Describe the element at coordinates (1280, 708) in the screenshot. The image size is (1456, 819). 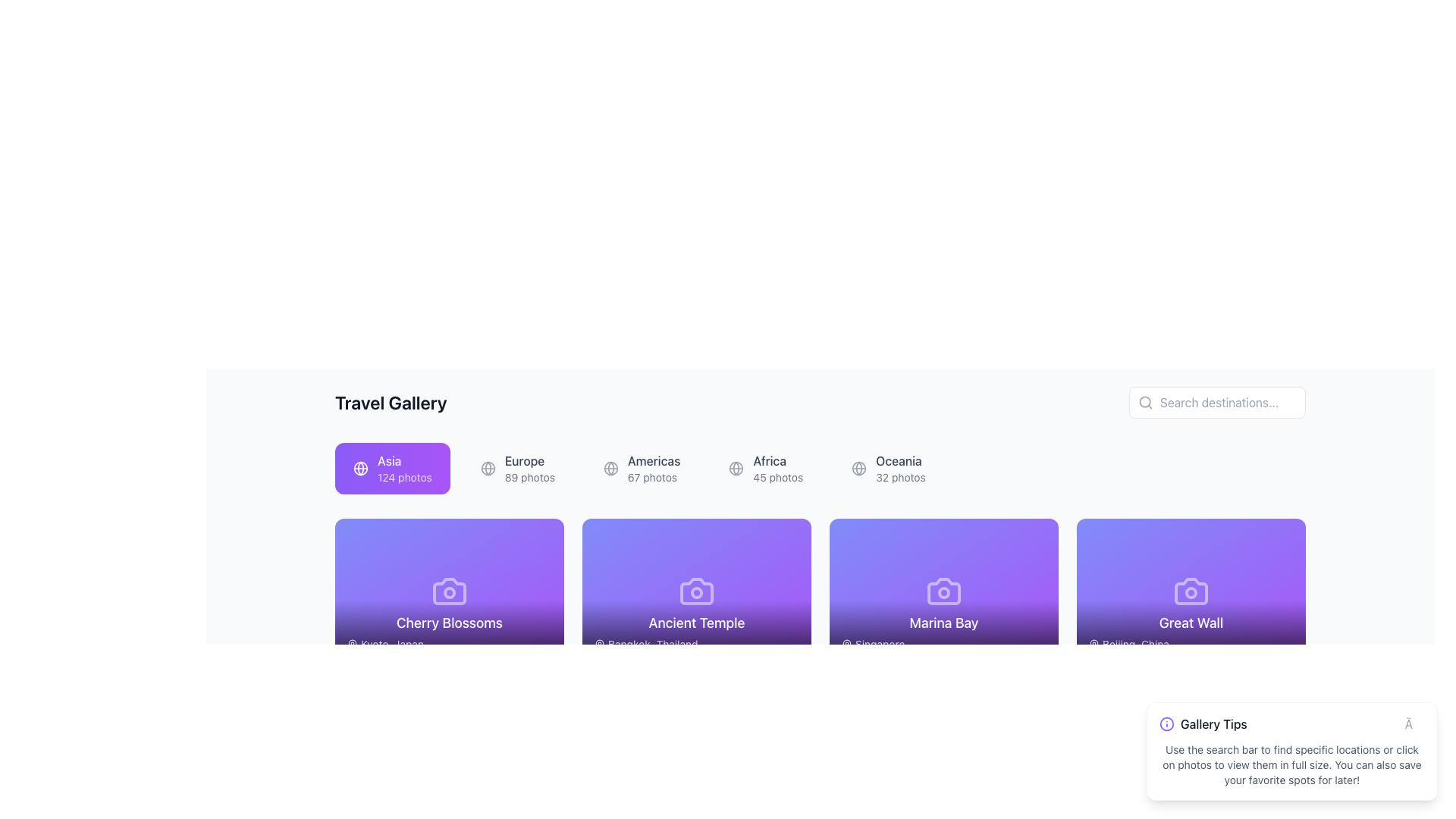
I see `the third button in the upper-right corner of the tips section card` at that location.